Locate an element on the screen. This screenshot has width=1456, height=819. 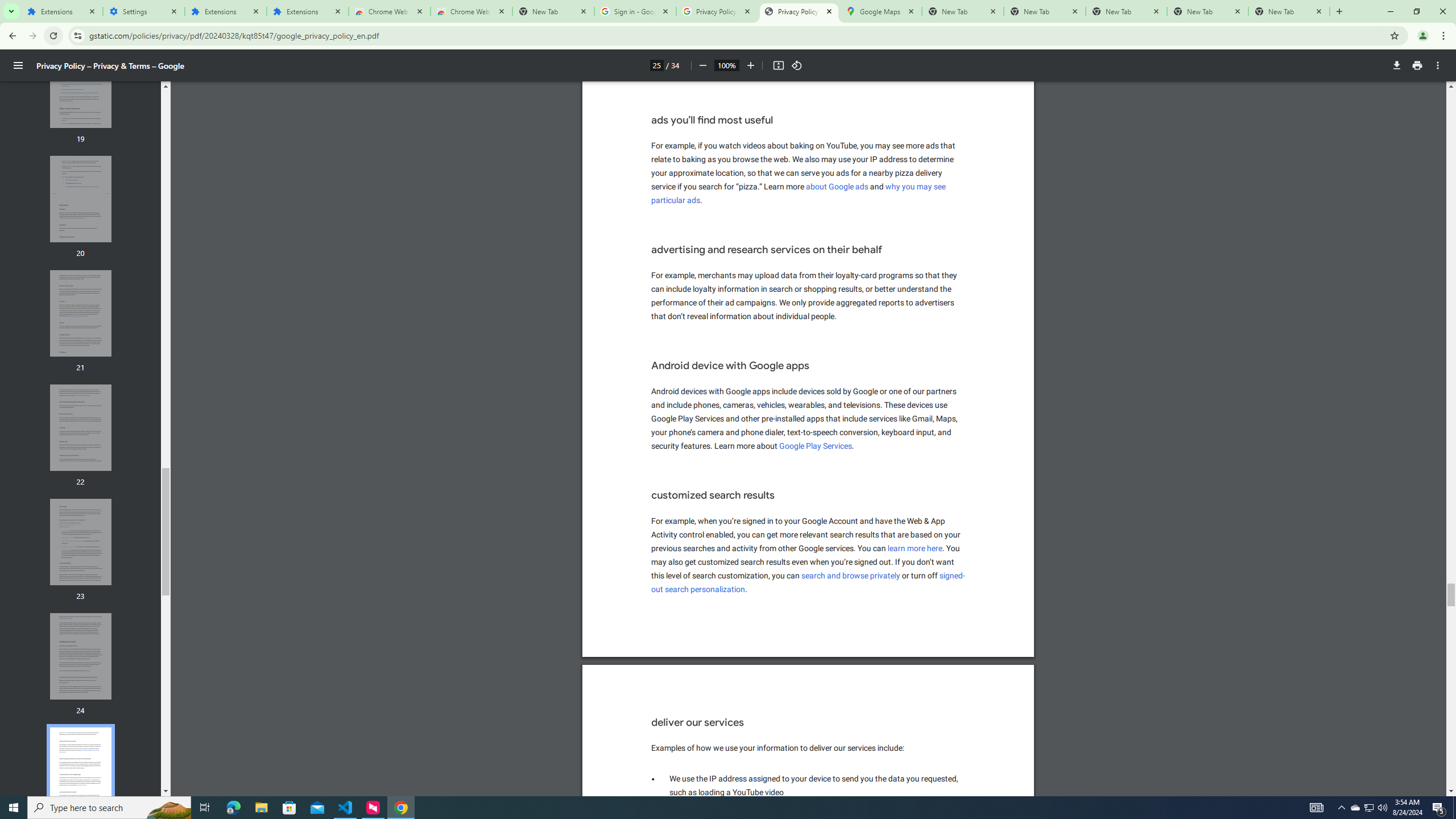
'Settings' is located at coordinates (143, 11).